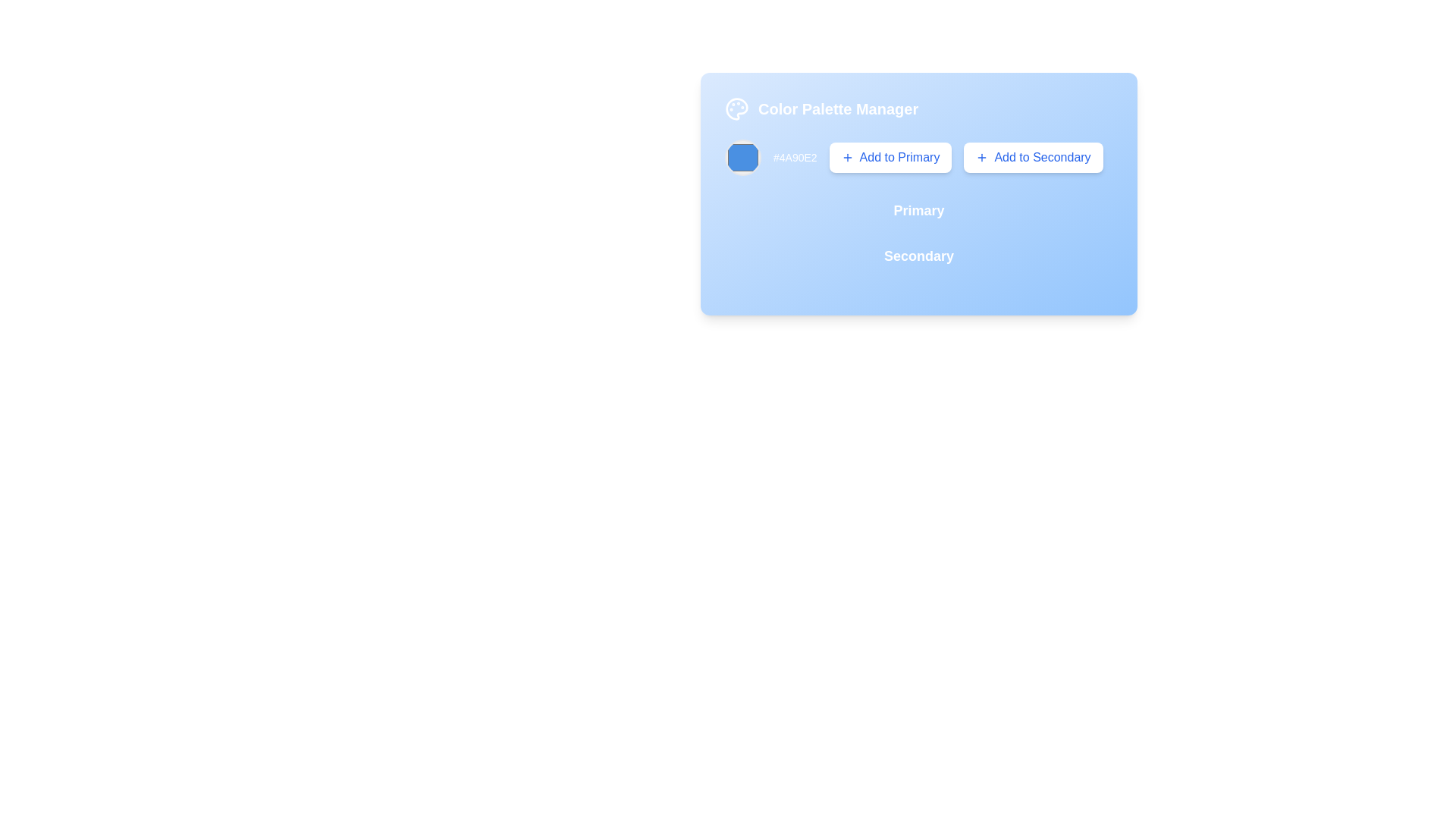  I want to click on the button labeled 'Add to Primary' to observe styling changes, located to the right of the color block labeled '#4A90E2', so click(890, 158).